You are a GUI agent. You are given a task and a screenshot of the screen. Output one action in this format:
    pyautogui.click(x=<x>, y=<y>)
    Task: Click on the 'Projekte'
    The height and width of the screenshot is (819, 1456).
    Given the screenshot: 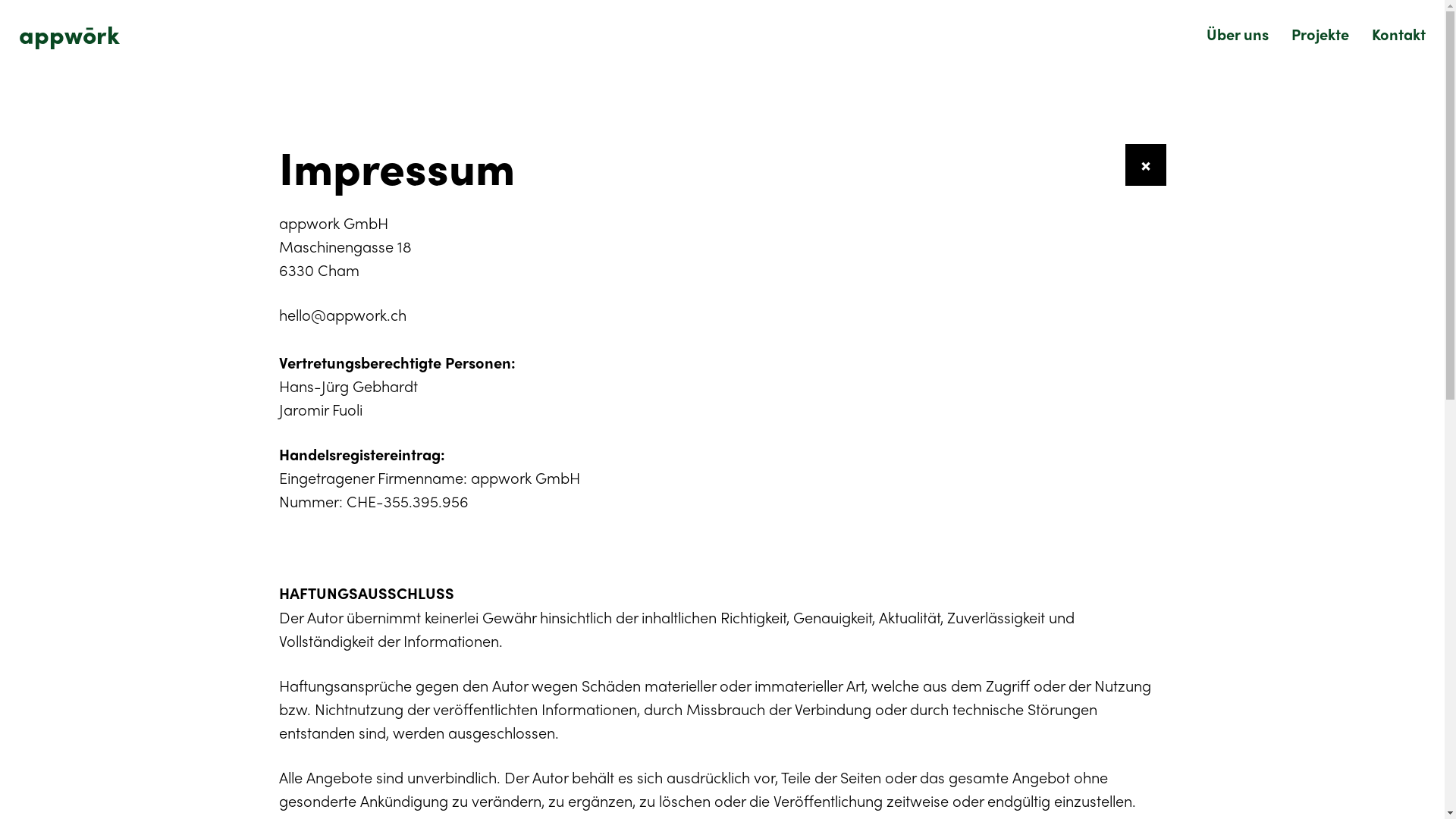 What is the action you would take?
    pyautogui.click(x=1319, y=33)
    